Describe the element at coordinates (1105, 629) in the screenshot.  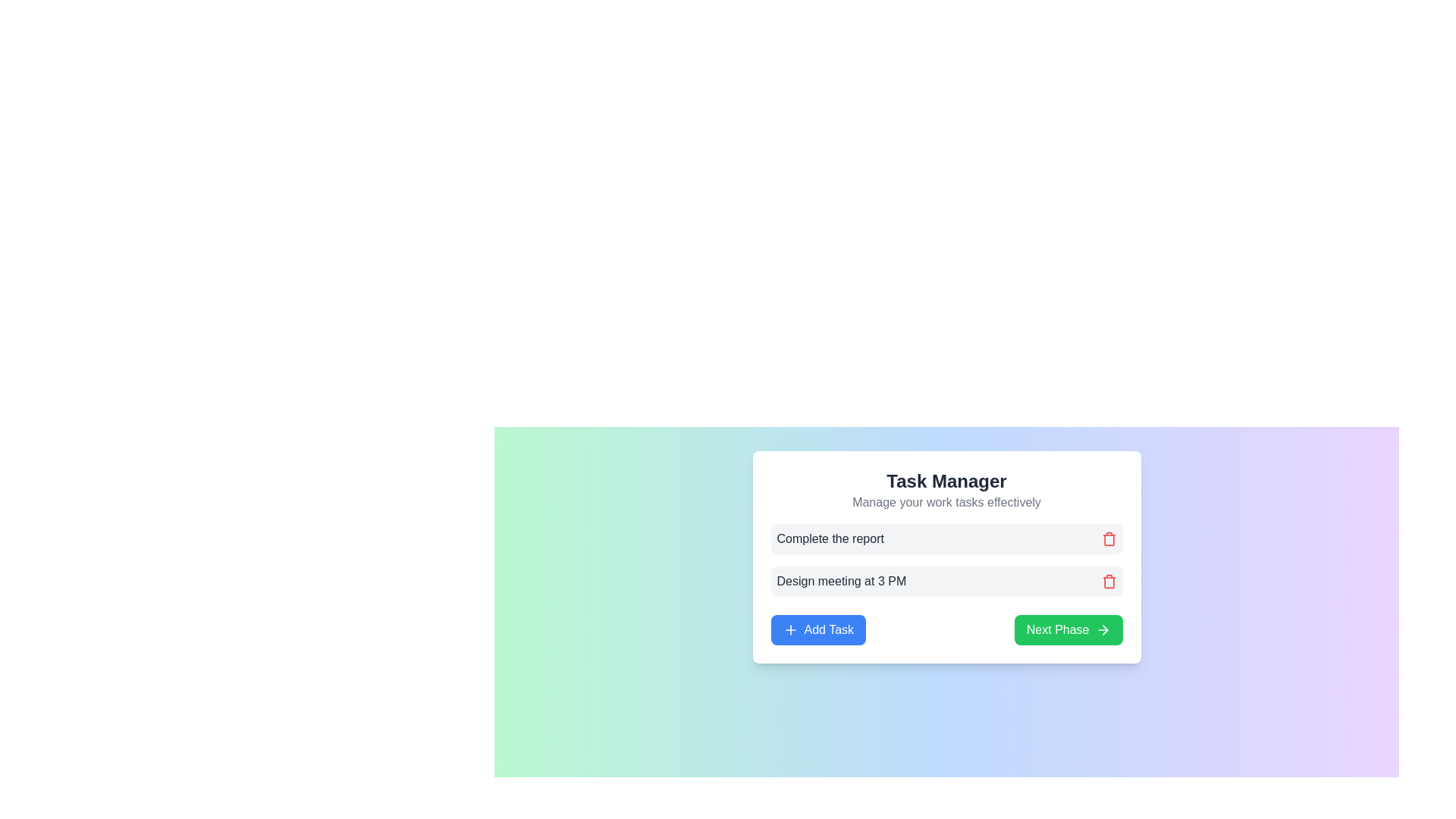
I see `the right arrow icon within the green 'Next Phase' button in the lower-right corner of the card interface, which indicates advancing to the next step in a multi-step process` at that location.